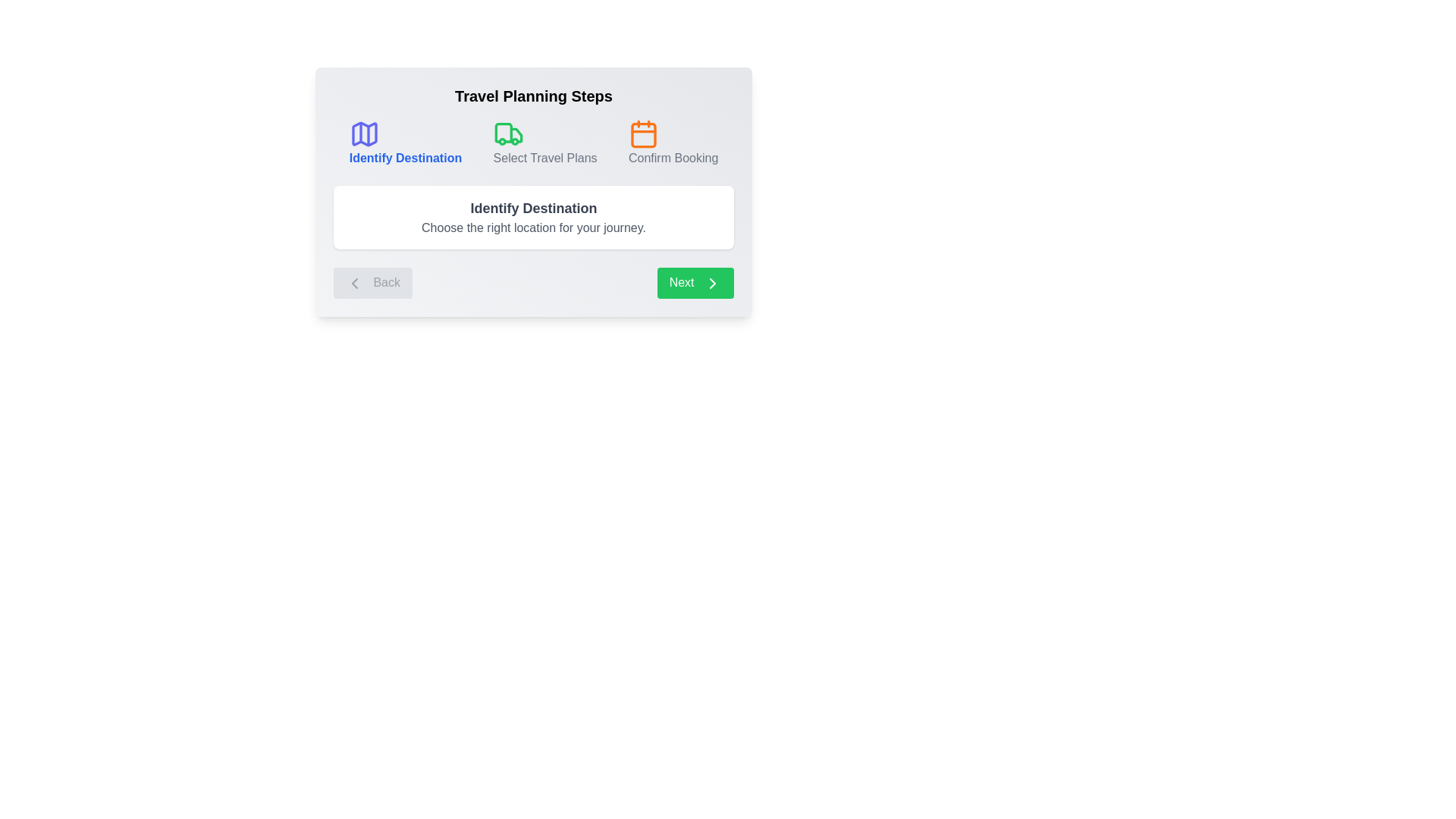  I want to click on the Text Label that serves as a heading for a section in the travel planning interface, positioned above the description text within a white rounded rectangle box, so click(534, 208).